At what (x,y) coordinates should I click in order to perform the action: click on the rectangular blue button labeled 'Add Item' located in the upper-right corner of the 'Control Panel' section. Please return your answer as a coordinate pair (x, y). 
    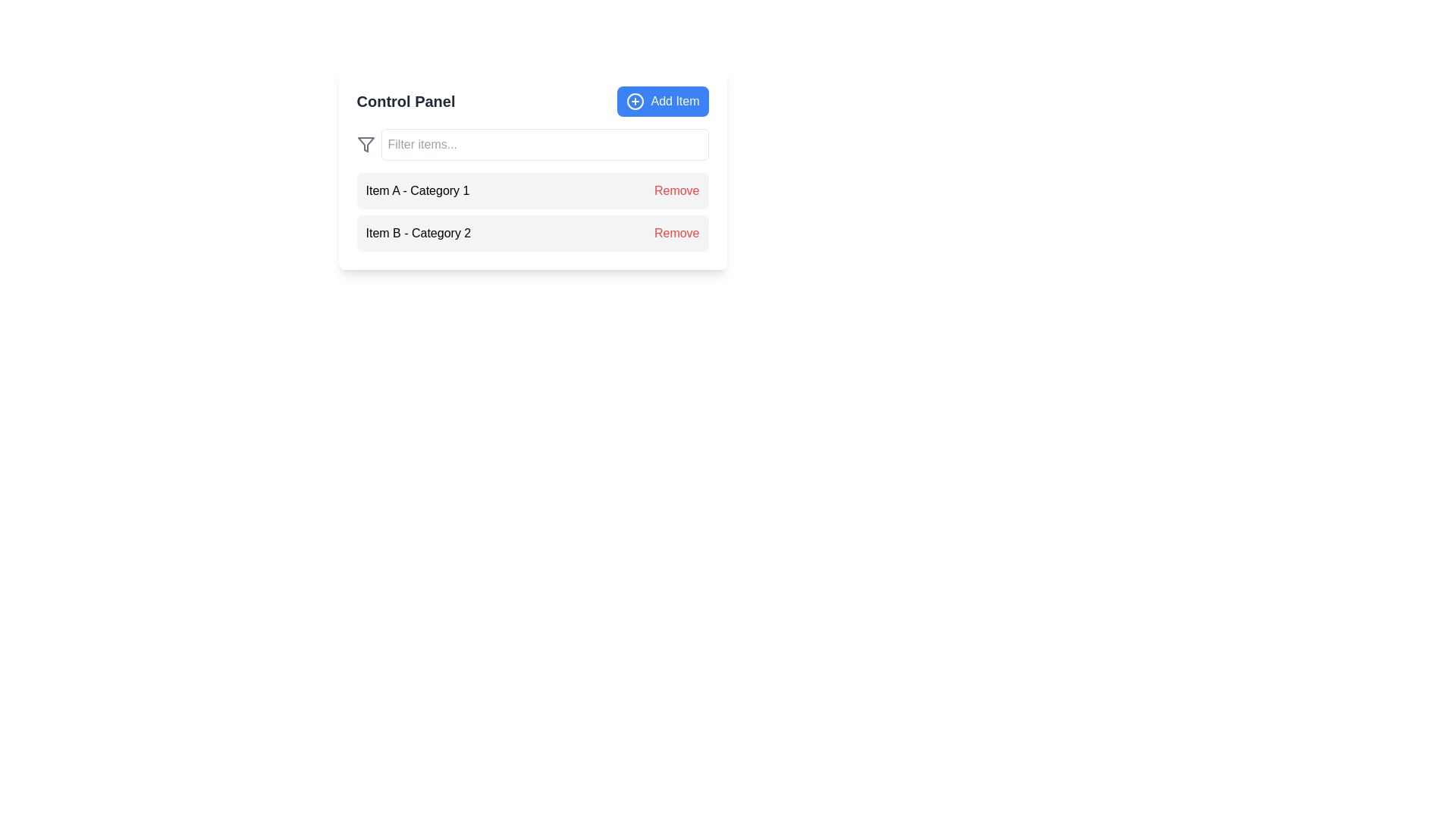
    Looking at the image, I should click on (663, 102).